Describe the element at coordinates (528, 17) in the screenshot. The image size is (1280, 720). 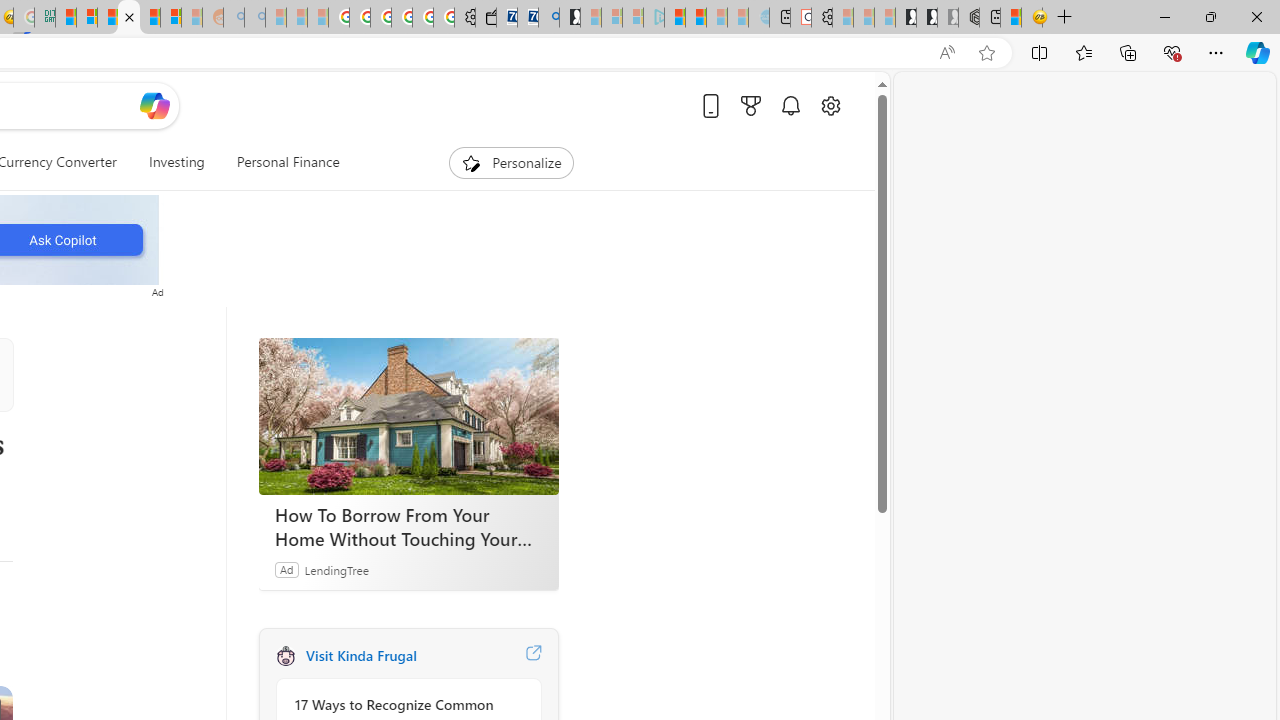
I see `'Cheap Car Rentals - Save70.com'` at that location.